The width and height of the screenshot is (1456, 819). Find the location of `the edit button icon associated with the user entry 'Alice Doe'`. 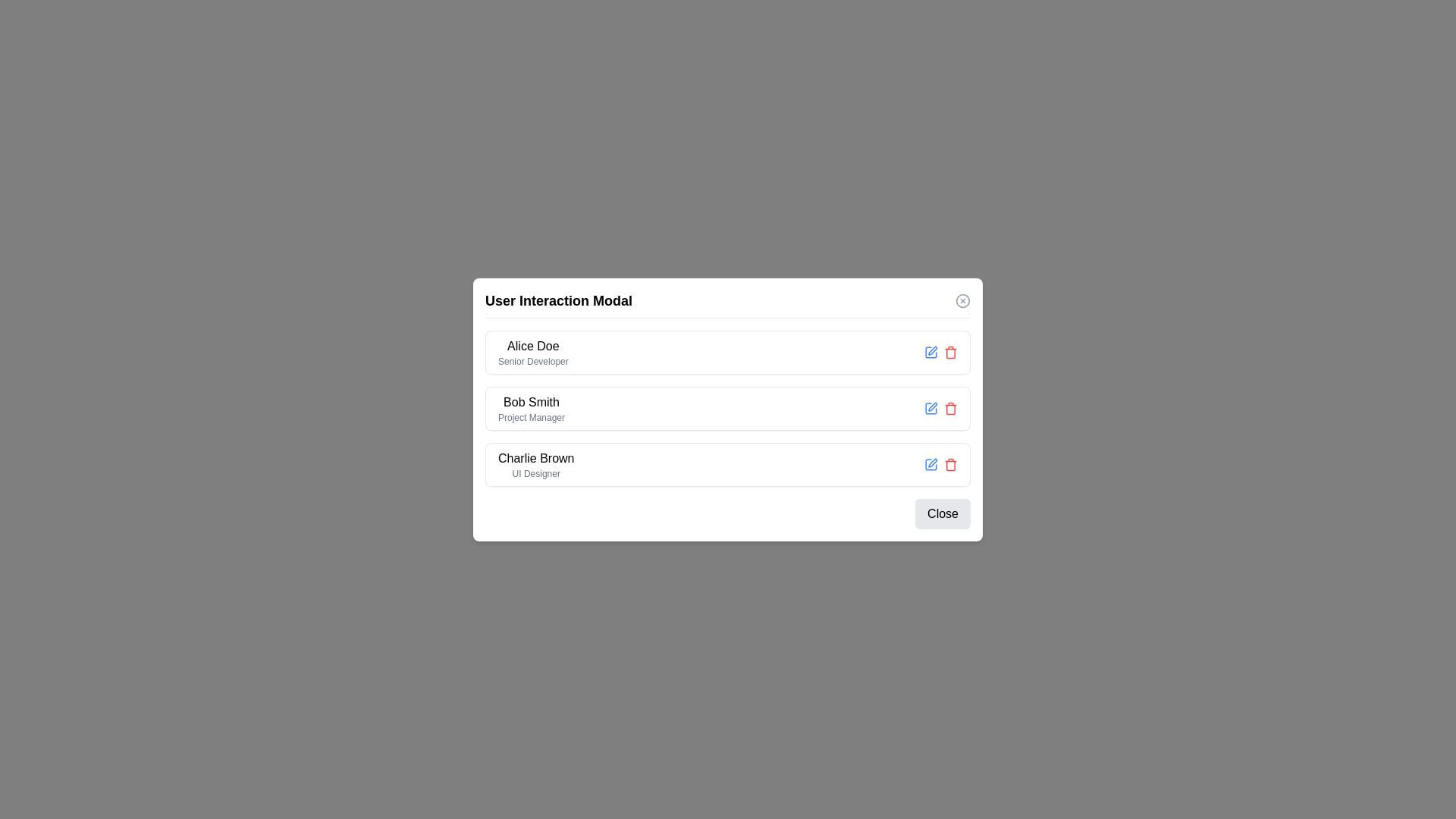

the edit button icon associated with the user entry 'Alice Doe' is located at coordinates (930, 352).